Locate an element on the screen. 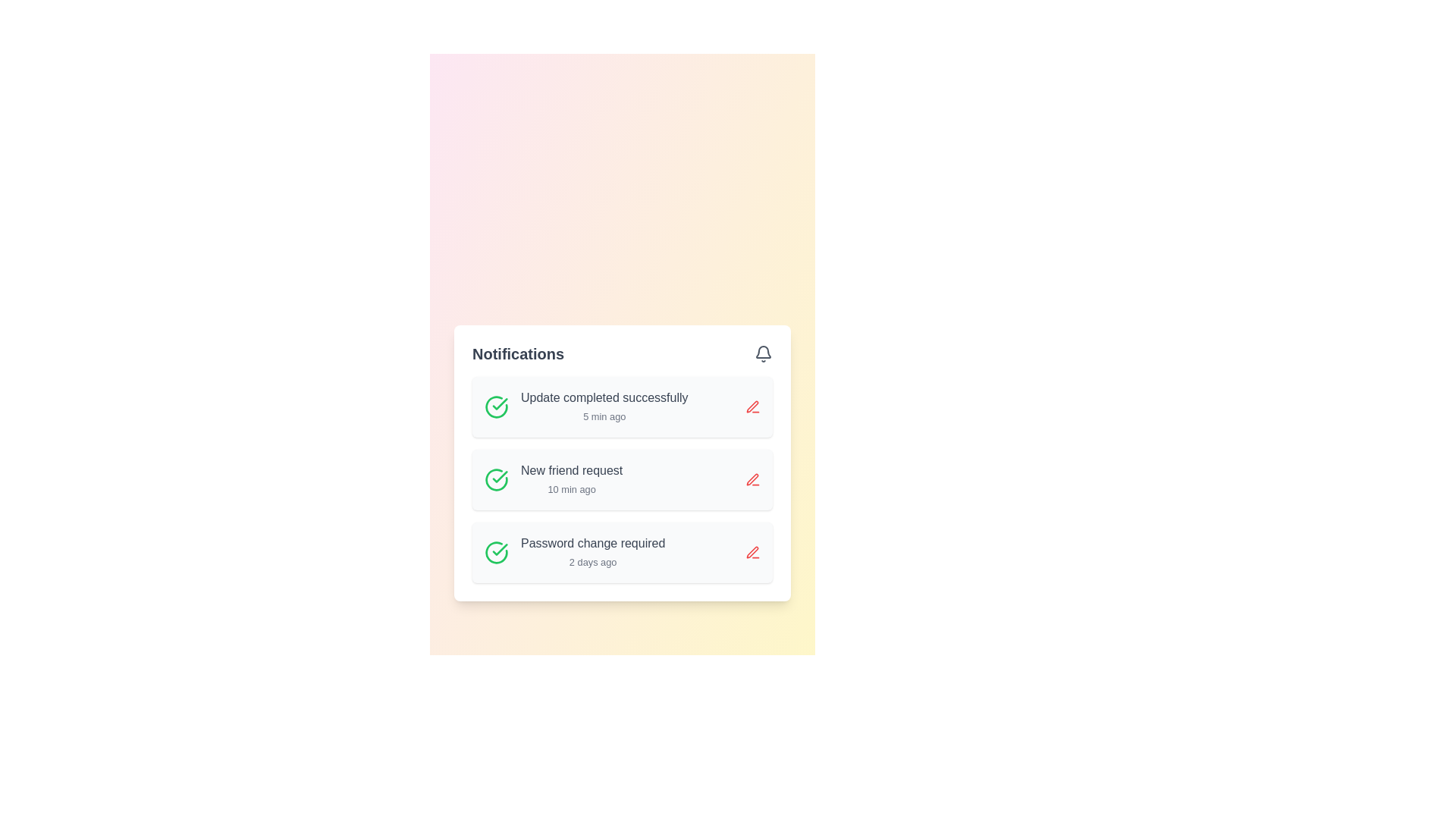 The height and width of the screenshot is (819, 1456). the bottom-most notification list item that conveys a password change requirement in the notifications list is located at coordinates (592, 553).